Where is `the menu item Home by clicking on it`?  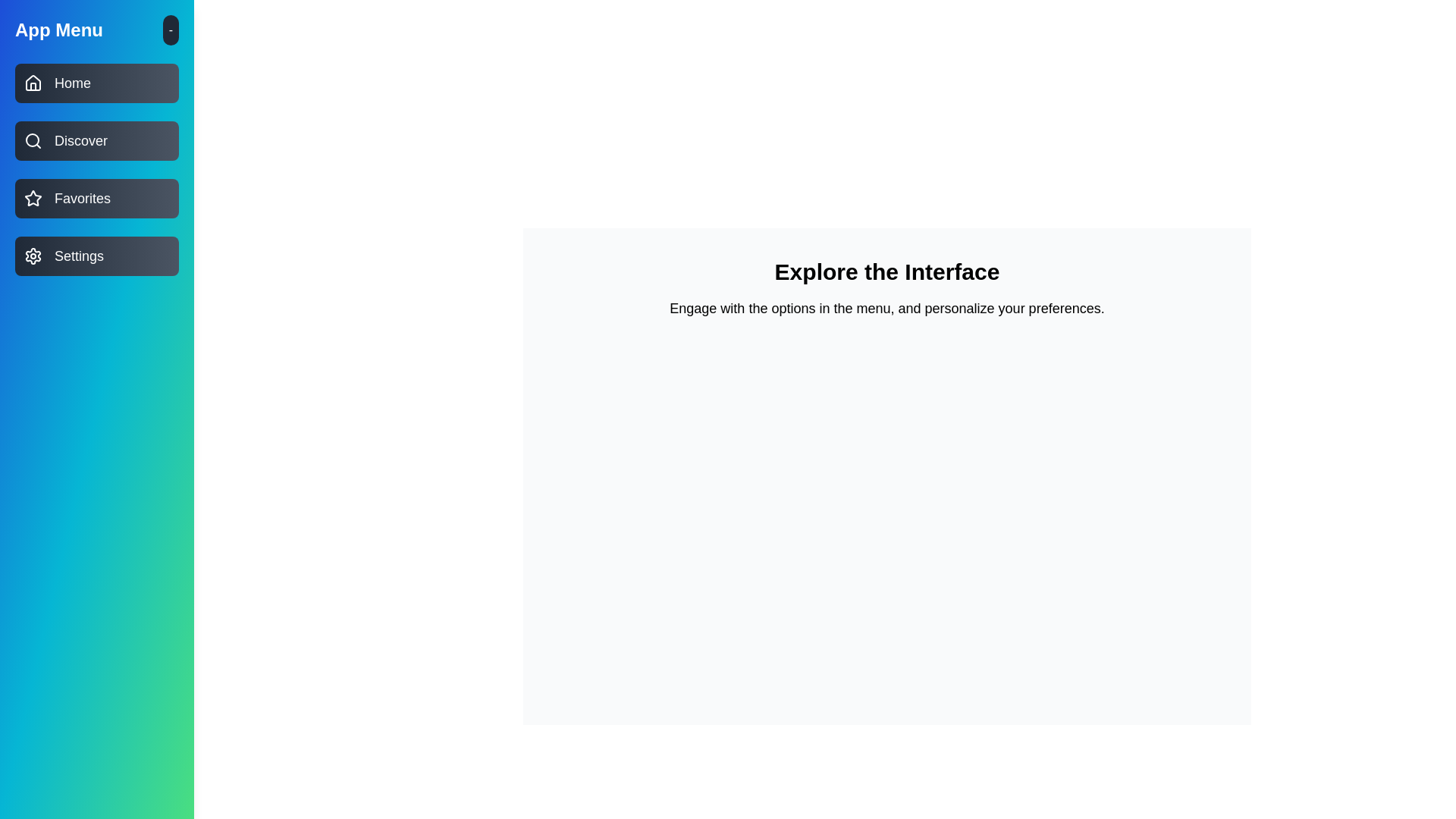
the menu item Home by clicking on it is located at coordinates (96, 83).